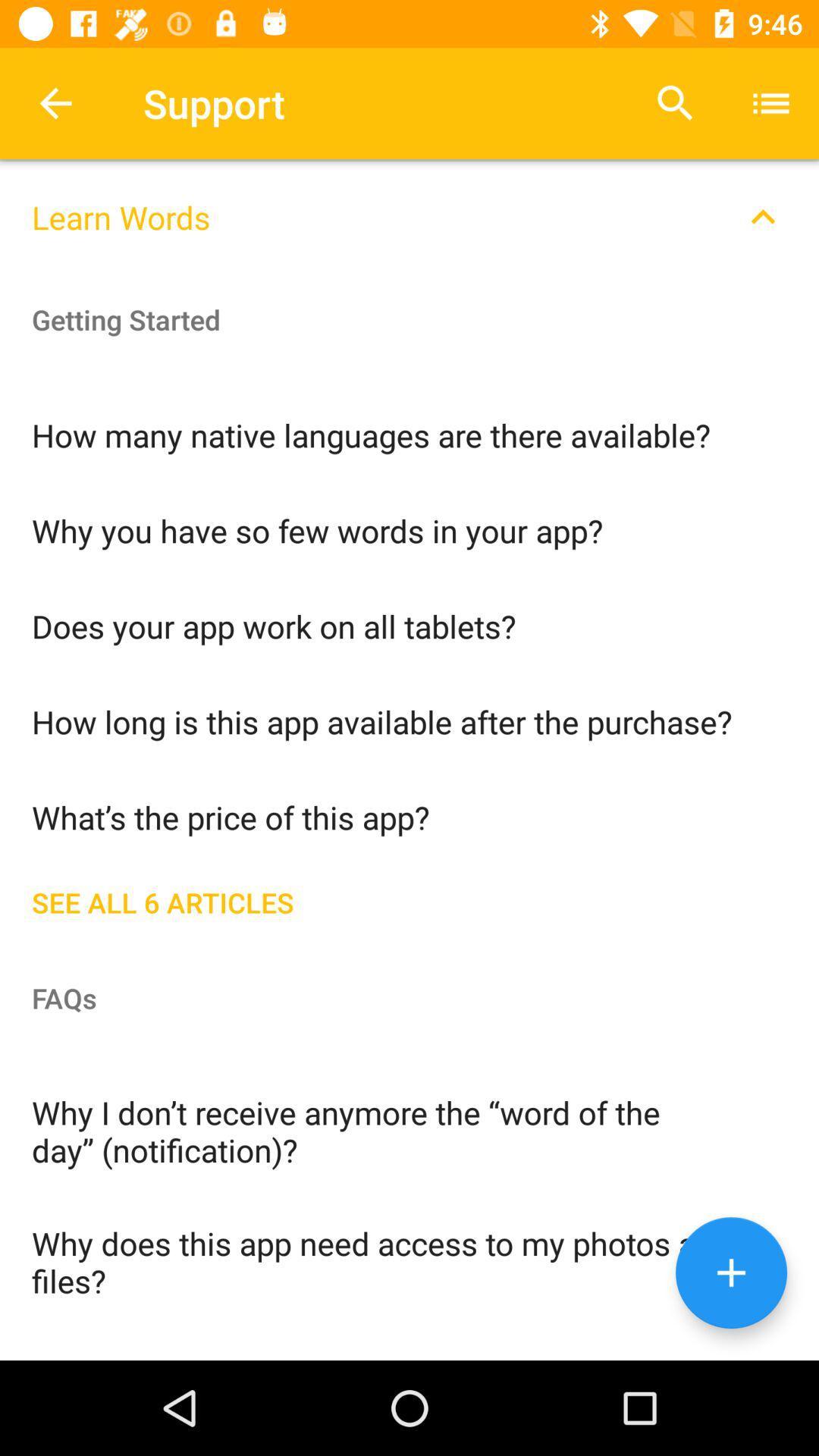 This screenshot has height=1456, width=819. What do you see at coordinates (730, 1272) in the screenshot?
I see `adding button` at bounding box center [730, 1272].